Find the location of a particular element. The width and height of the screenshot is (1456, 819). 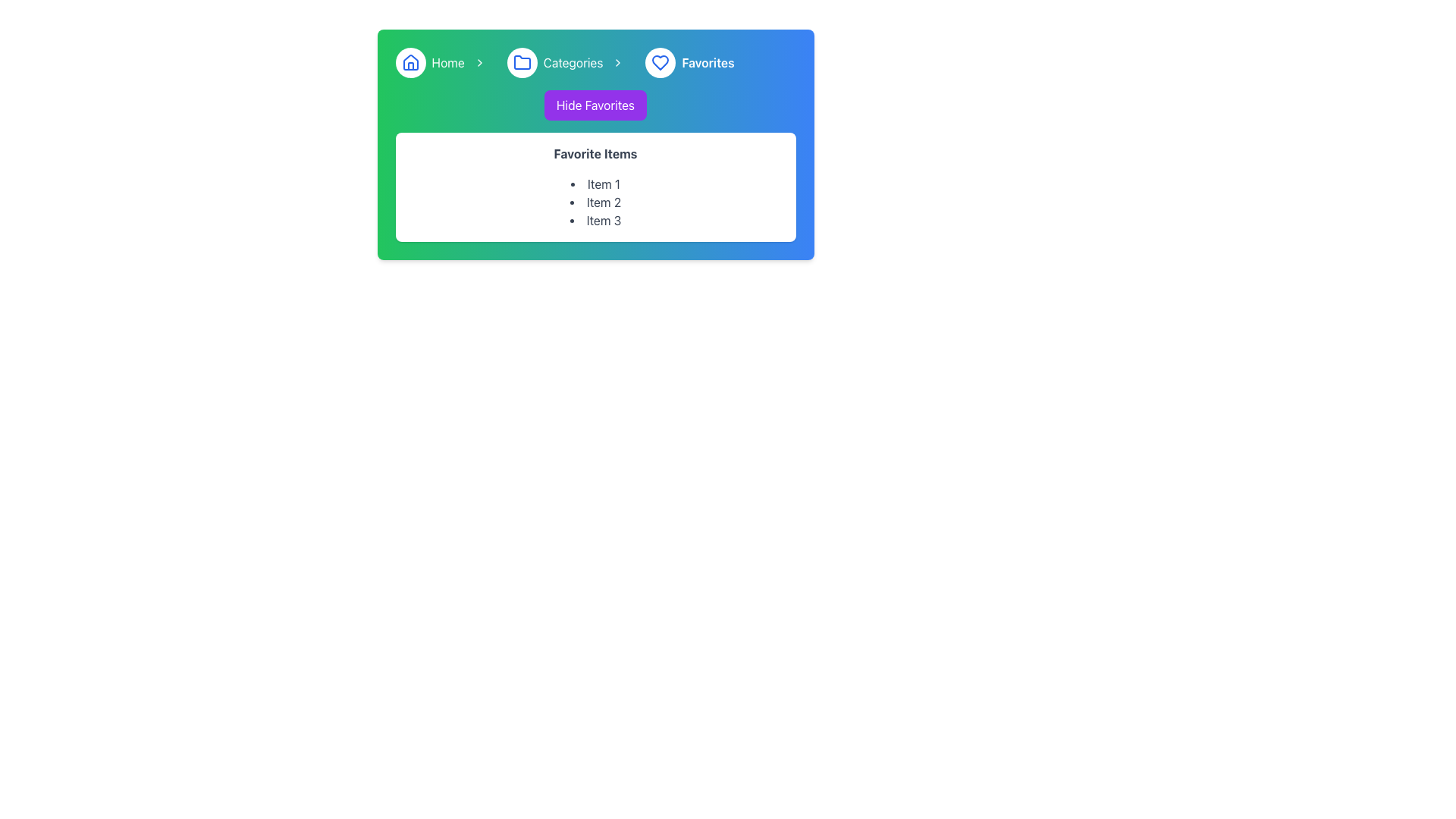

the 'Categories' Icon Button in the breadcrumb navigation, which is located to the right of the 'Home' section and adjacent to the text 'Categories' is located at coordinates (522, 62).